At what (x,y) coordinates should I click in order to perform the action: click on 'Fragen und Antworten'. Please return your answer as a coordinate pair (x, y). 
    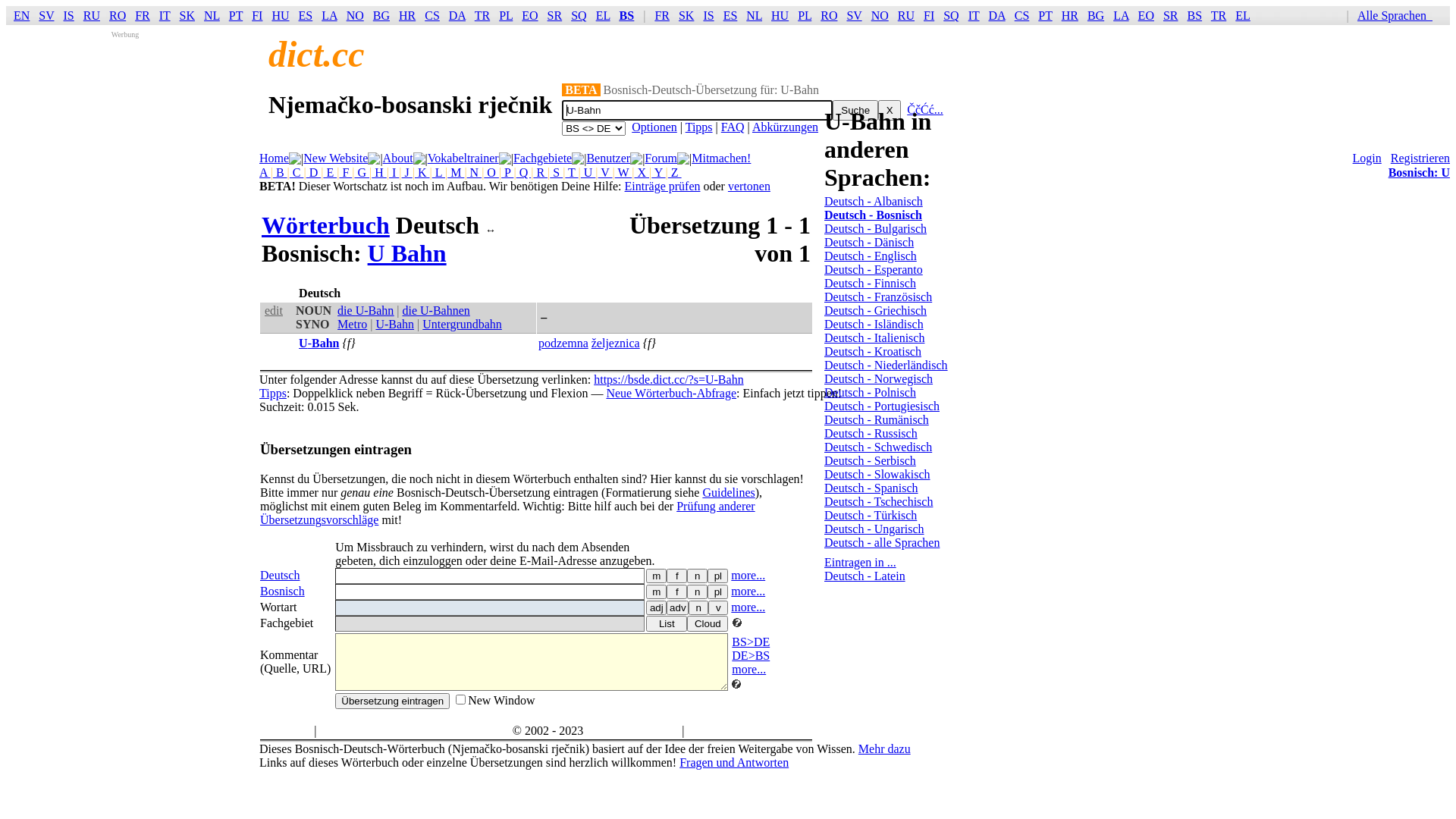
    Looking at the image, I should click on (734, 762).